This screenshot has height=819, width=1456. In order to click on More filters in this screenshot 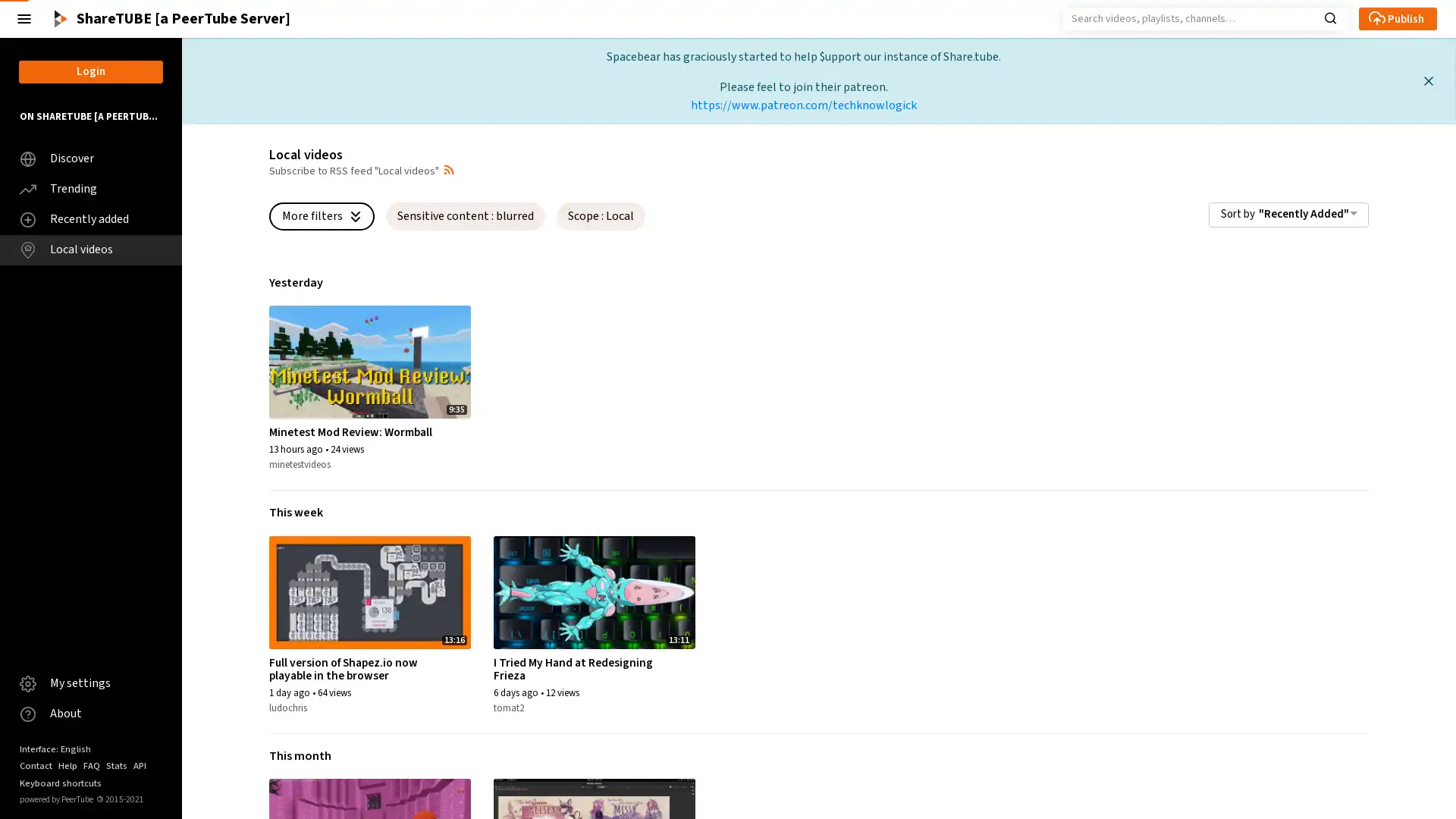, I will do `click(321, 215)`.